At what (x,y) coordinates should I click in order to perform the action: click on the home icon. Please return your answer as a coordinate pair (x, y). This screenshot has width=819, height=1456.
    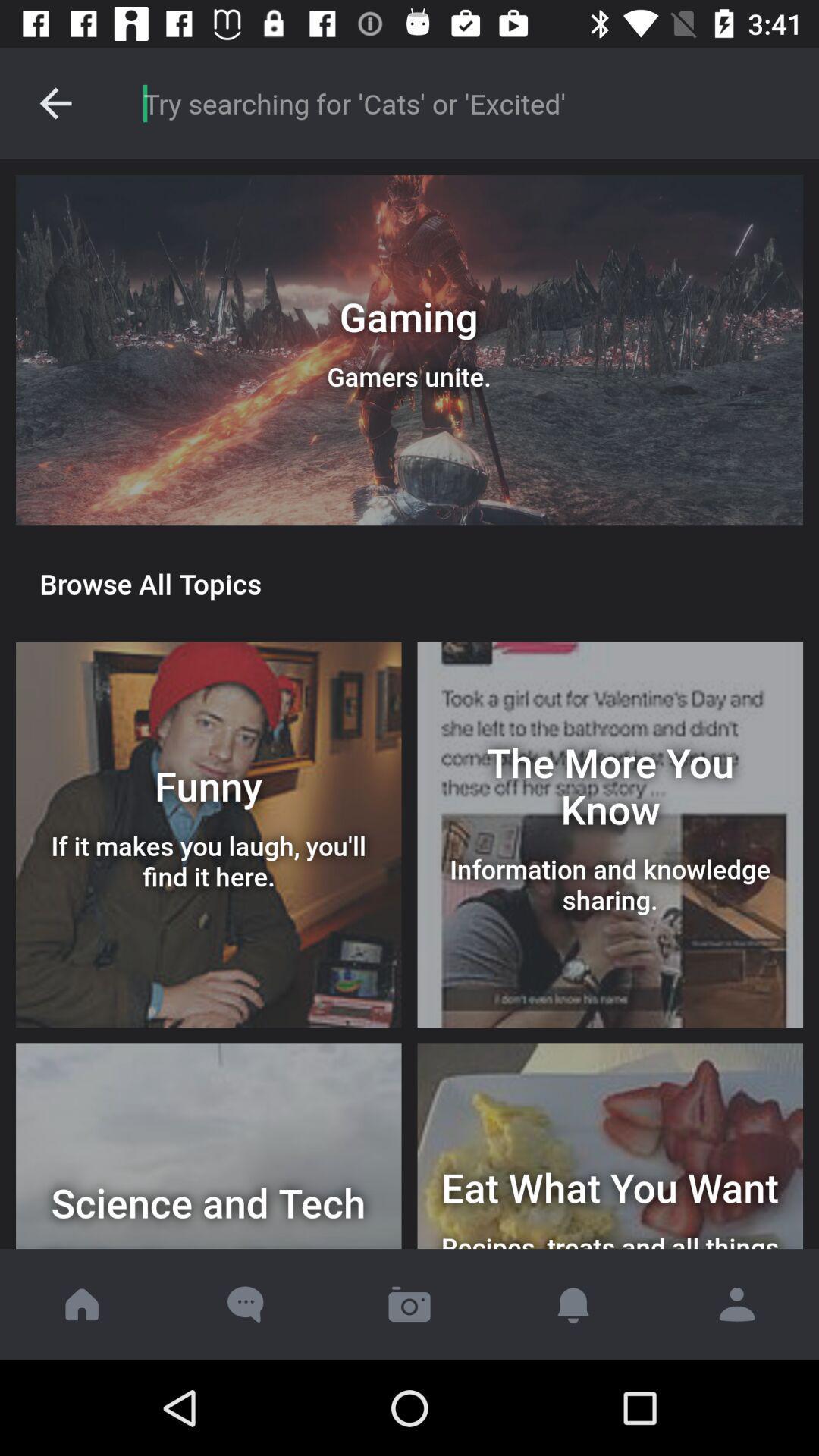
    Looking at the image, I should click on (82, 1304).